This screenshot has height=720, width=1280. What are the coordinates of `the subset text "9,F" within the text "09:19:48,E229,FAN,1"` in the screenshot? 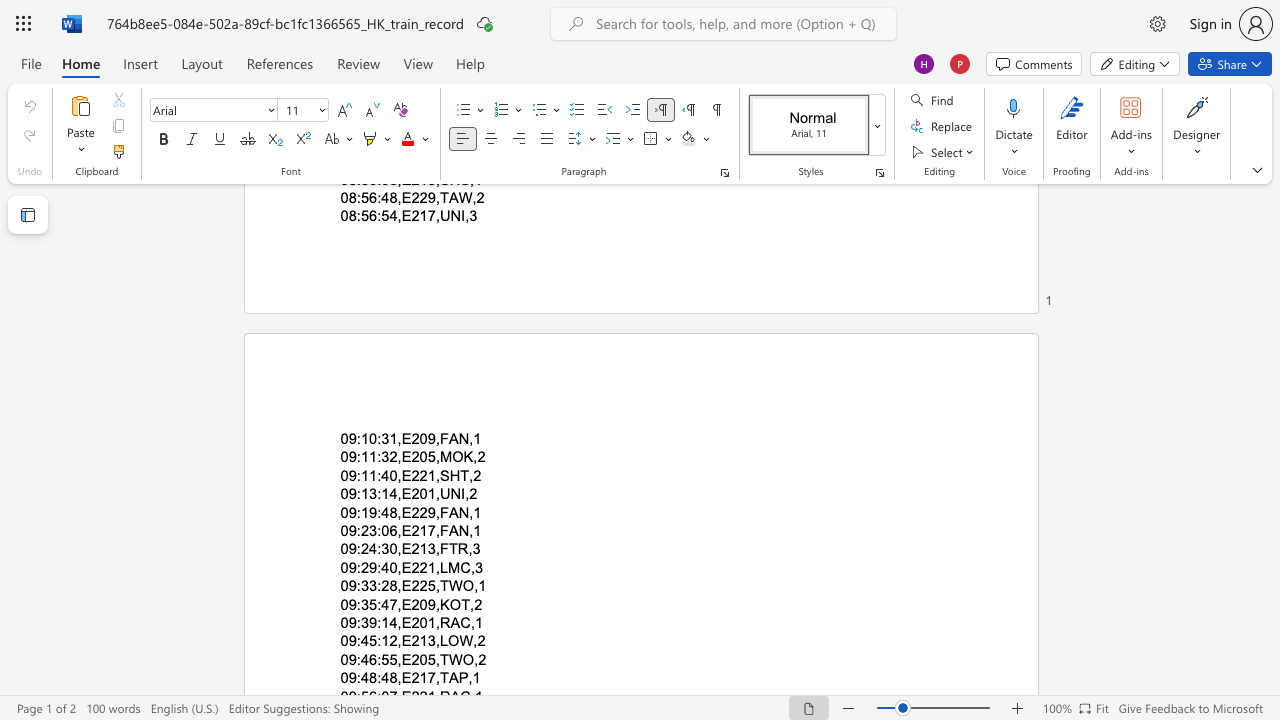 It's located at (426, 511).